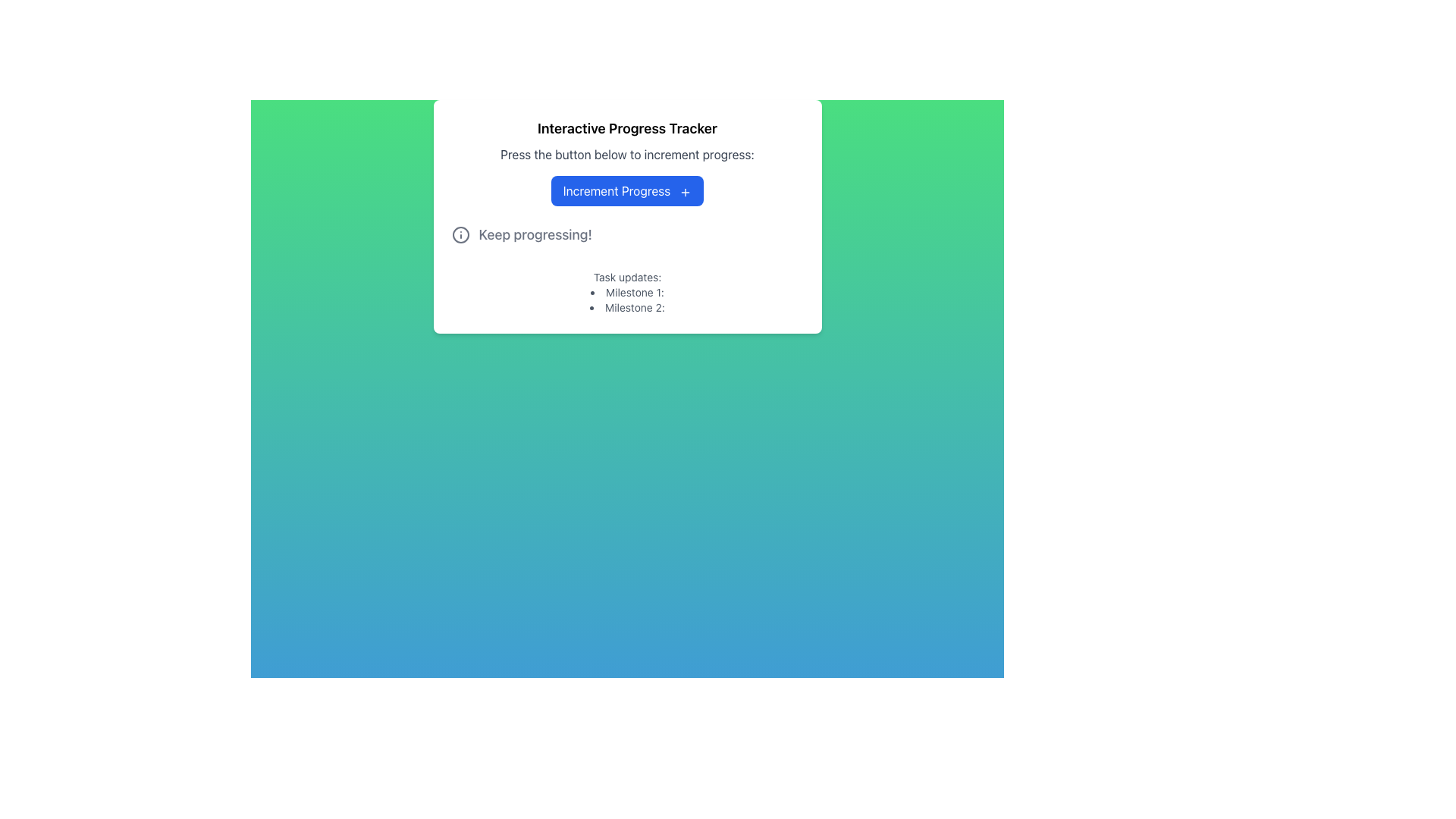 The width and height of the screenshot is (1456, 819). Describe the element at coordinates (685, 191) in the screenshot. I see `the minimalist blue plus icon located to the right of the 'Increment Progress' button, which serves as a visual cue for the button's purpose` at that location.